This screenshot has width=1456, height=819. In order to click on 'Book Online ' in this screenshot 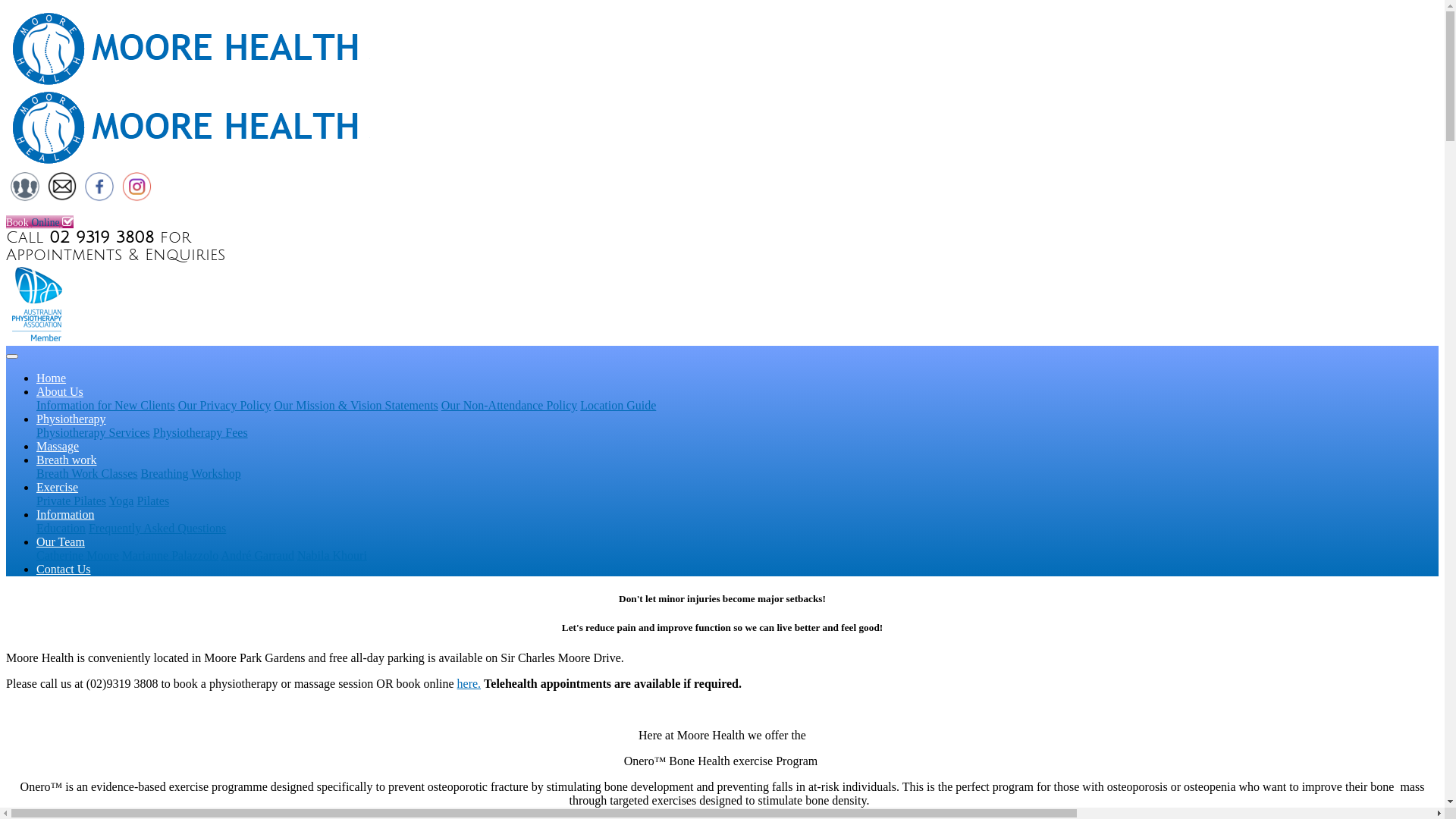, I will do `click(721, 208)`.